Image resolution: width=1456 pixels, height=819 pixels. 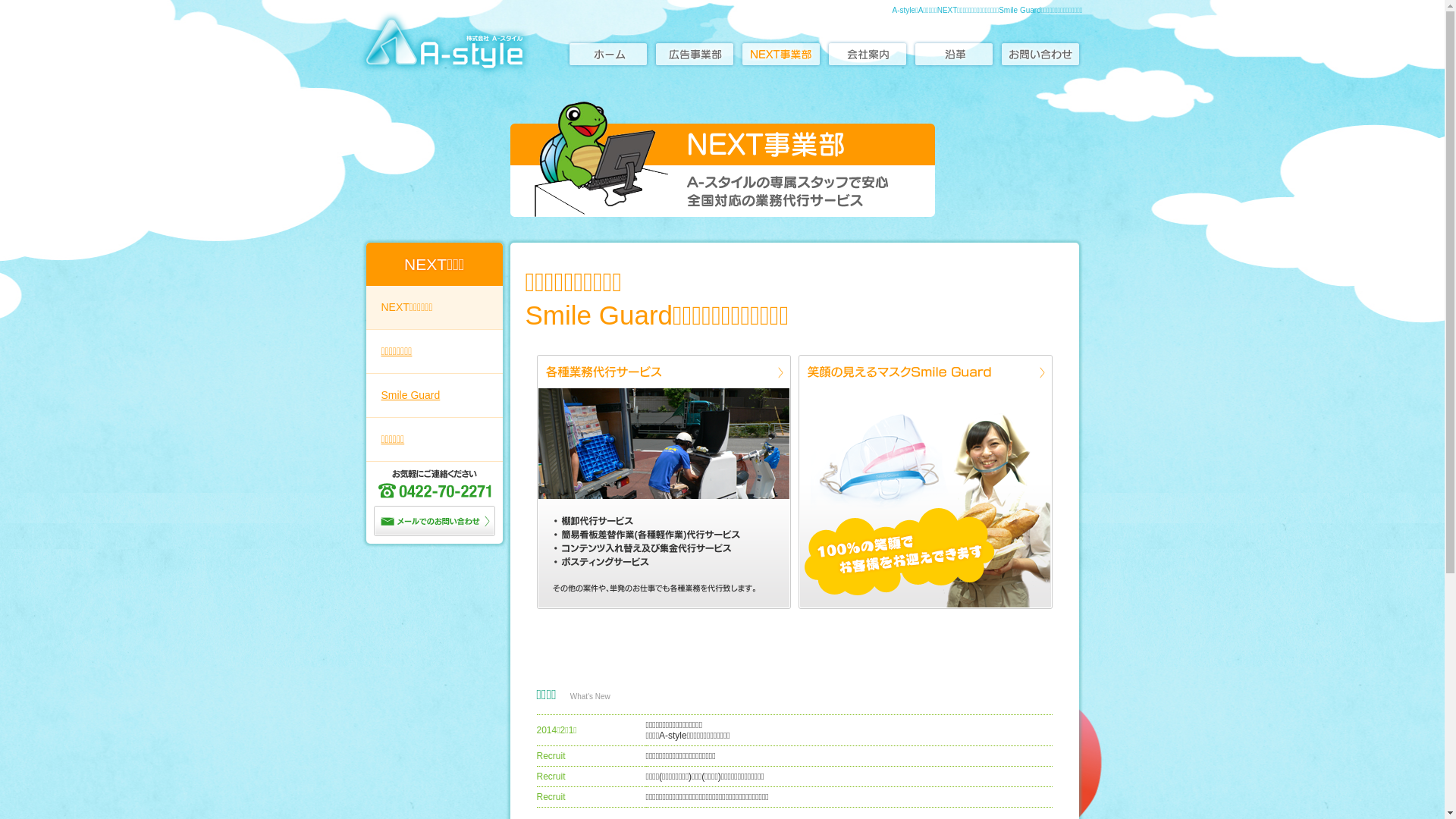 I want to click on 'Smile Guard', so click(x=432, y=394).